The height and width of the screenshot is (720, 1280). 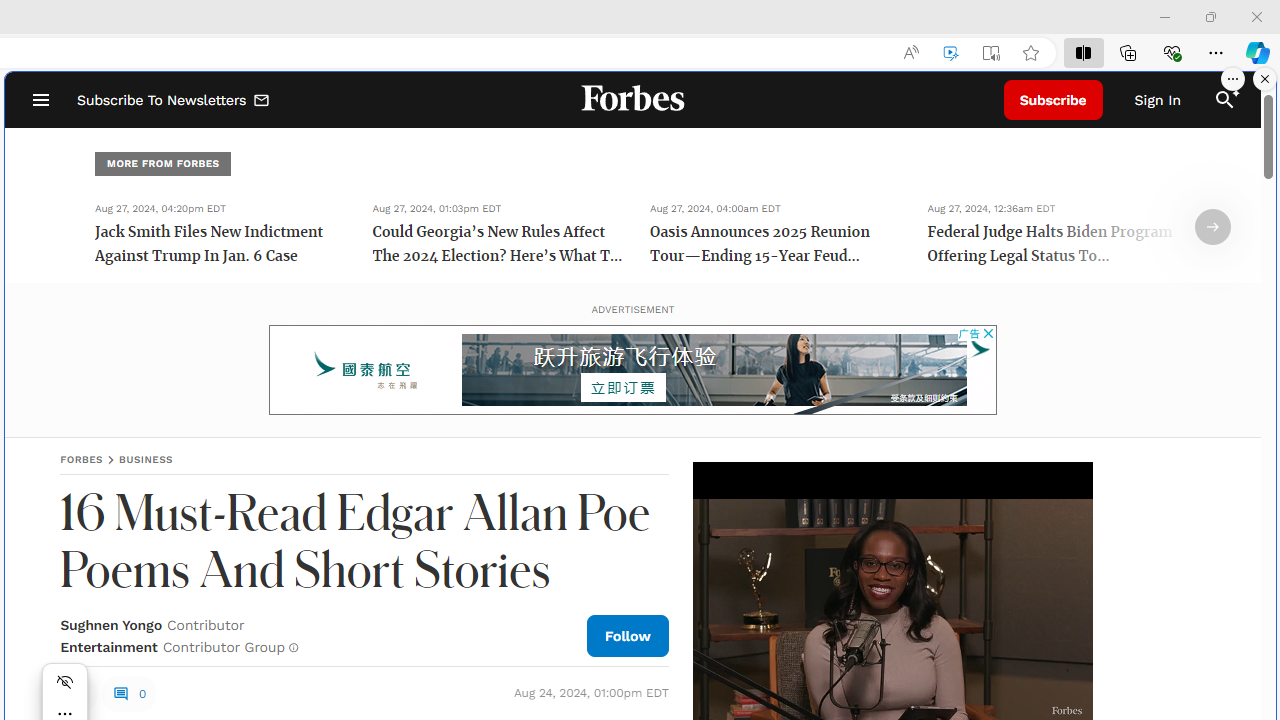 I want to click on 'Jack Smith Files New Indictment Against Trump In Jan. 6 Case', so click(x=220, y=244).